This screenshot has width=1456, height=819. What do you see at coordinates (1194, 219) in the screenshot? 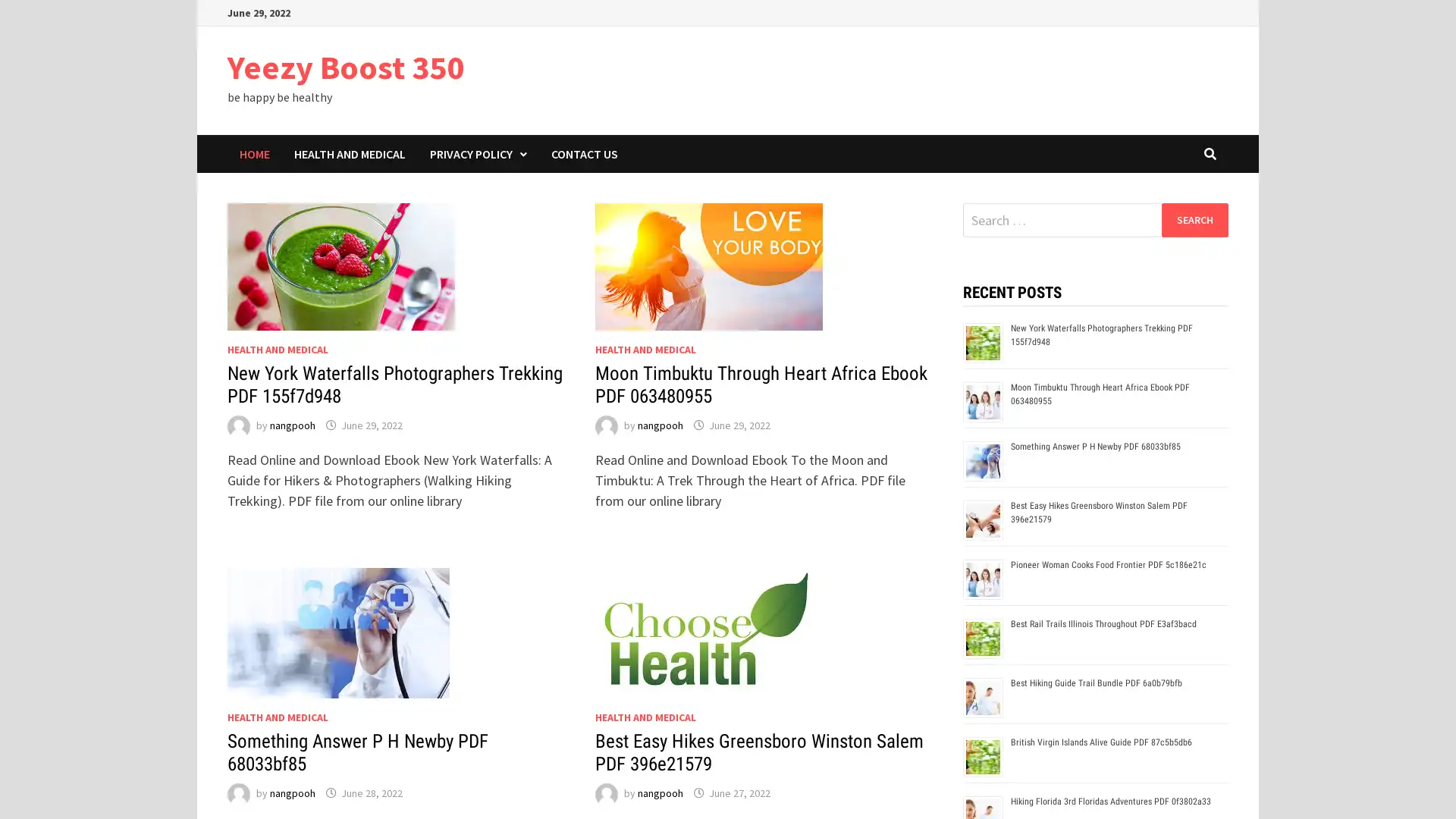
I see `Search` at bounding box center [1194, 219].